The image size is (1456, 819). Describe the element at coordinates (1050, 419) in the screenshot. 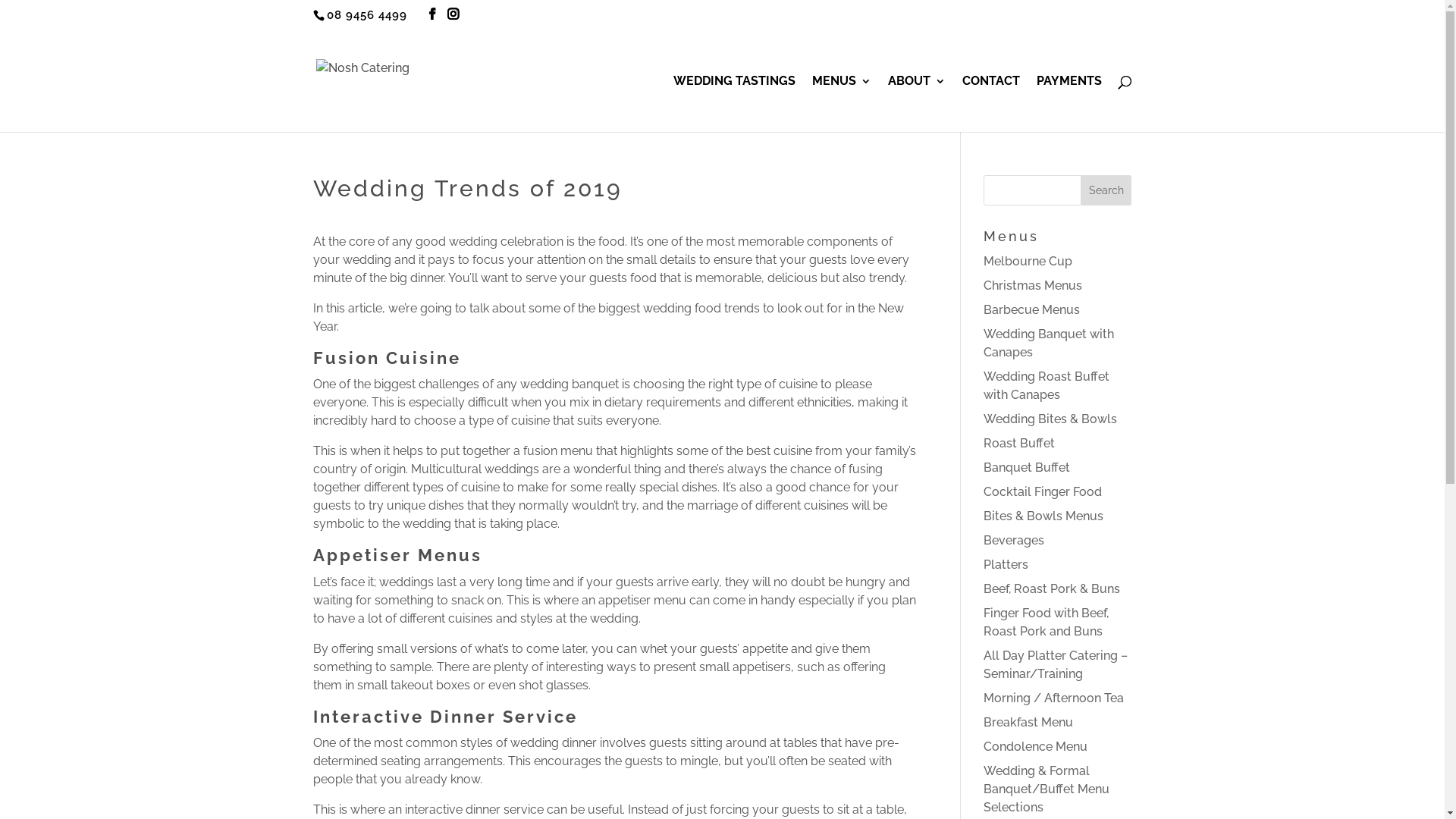

I see `'Wedding Bites & Bowls'` at that location.